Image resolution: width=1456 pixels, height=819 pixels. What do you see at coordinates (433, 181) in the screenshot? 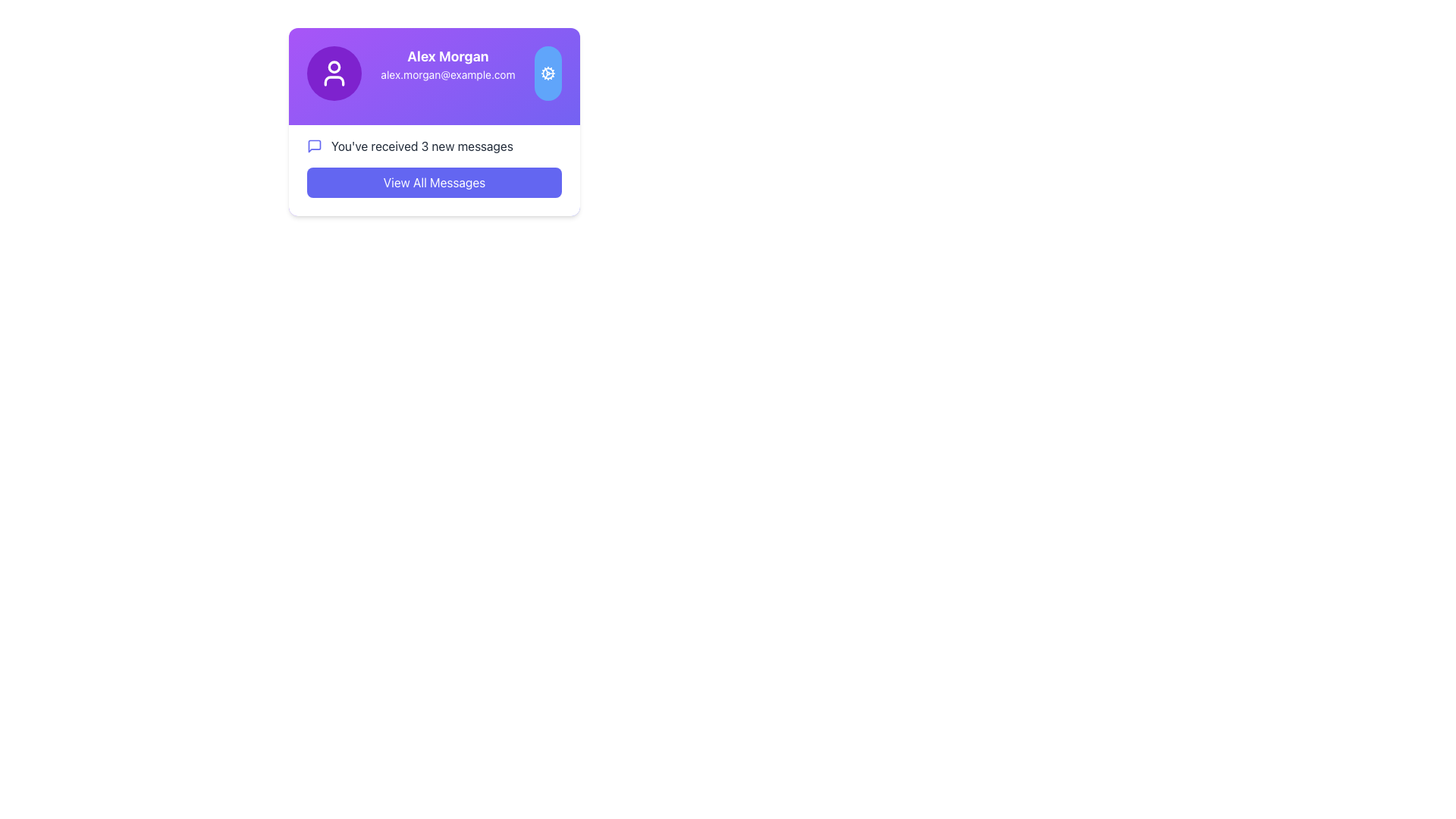
I see `the button labeled 'View All Messages'` at bounding box center [433, 181].